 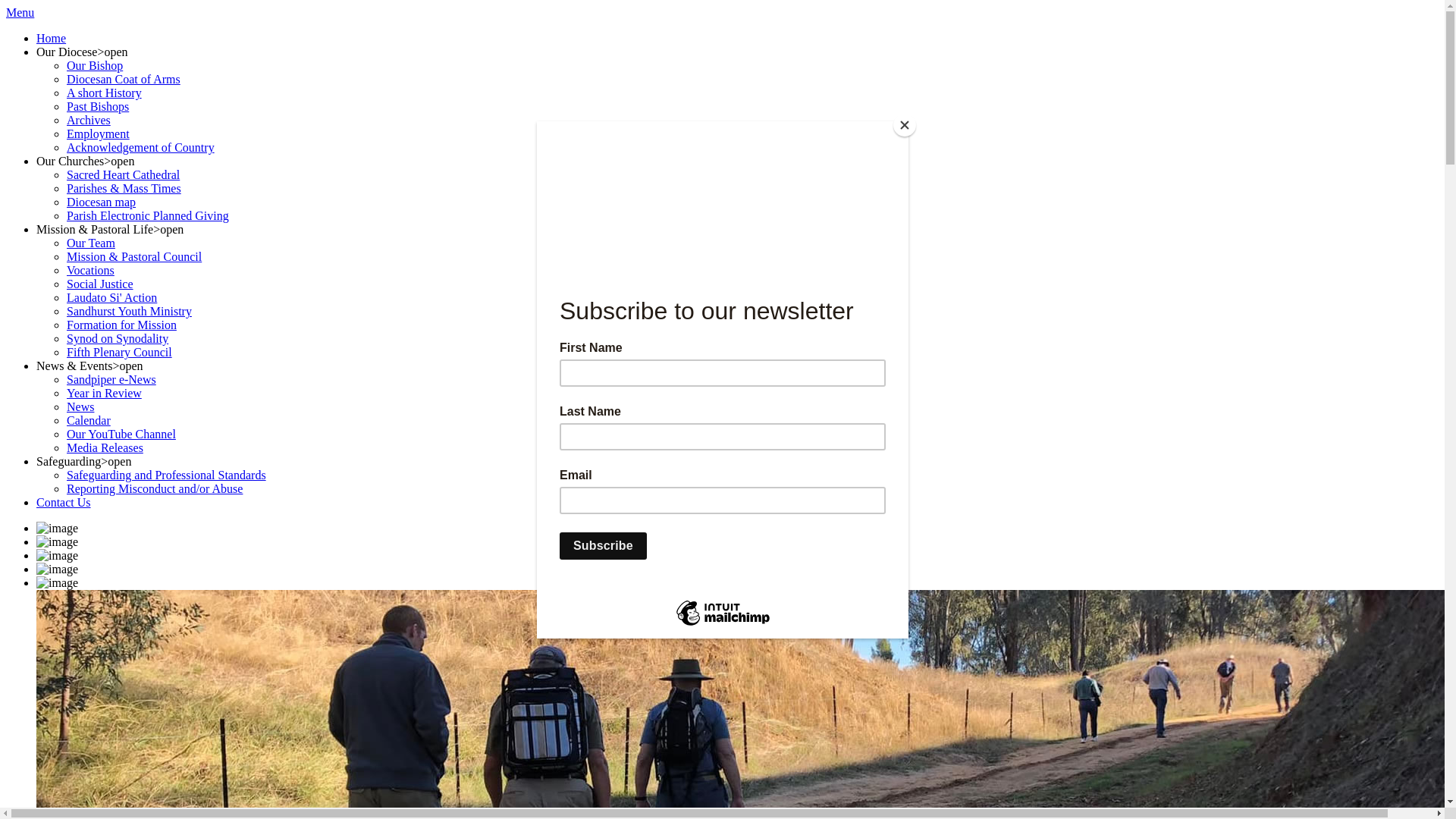 What do you see at coordinates (103, 93) in the screenshot?
I see `'A short History'` at bounding box center [103, 93].